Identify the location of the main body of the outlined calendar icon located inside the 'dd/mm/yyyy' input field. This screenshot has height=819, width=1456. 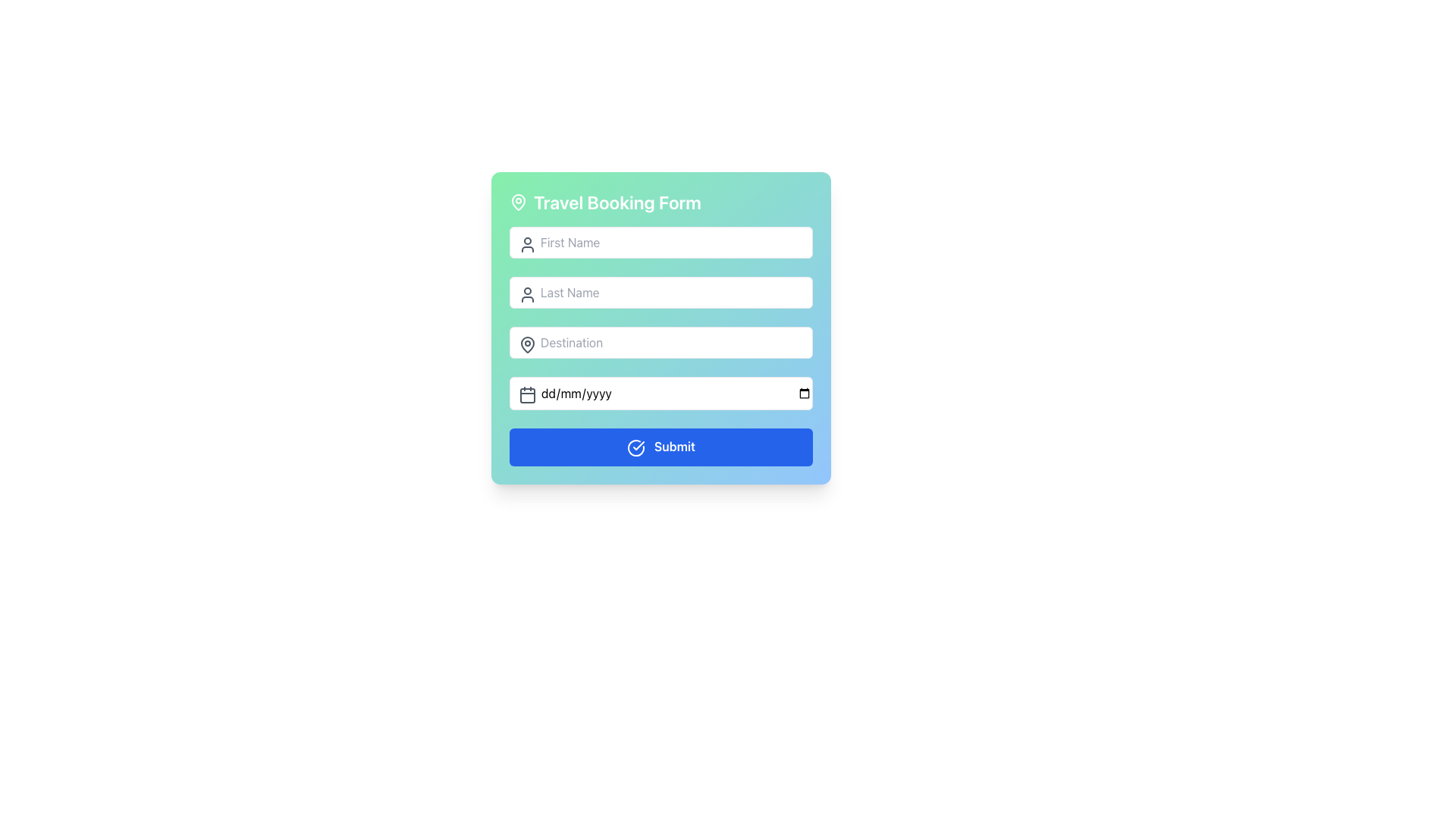
(528, 394).